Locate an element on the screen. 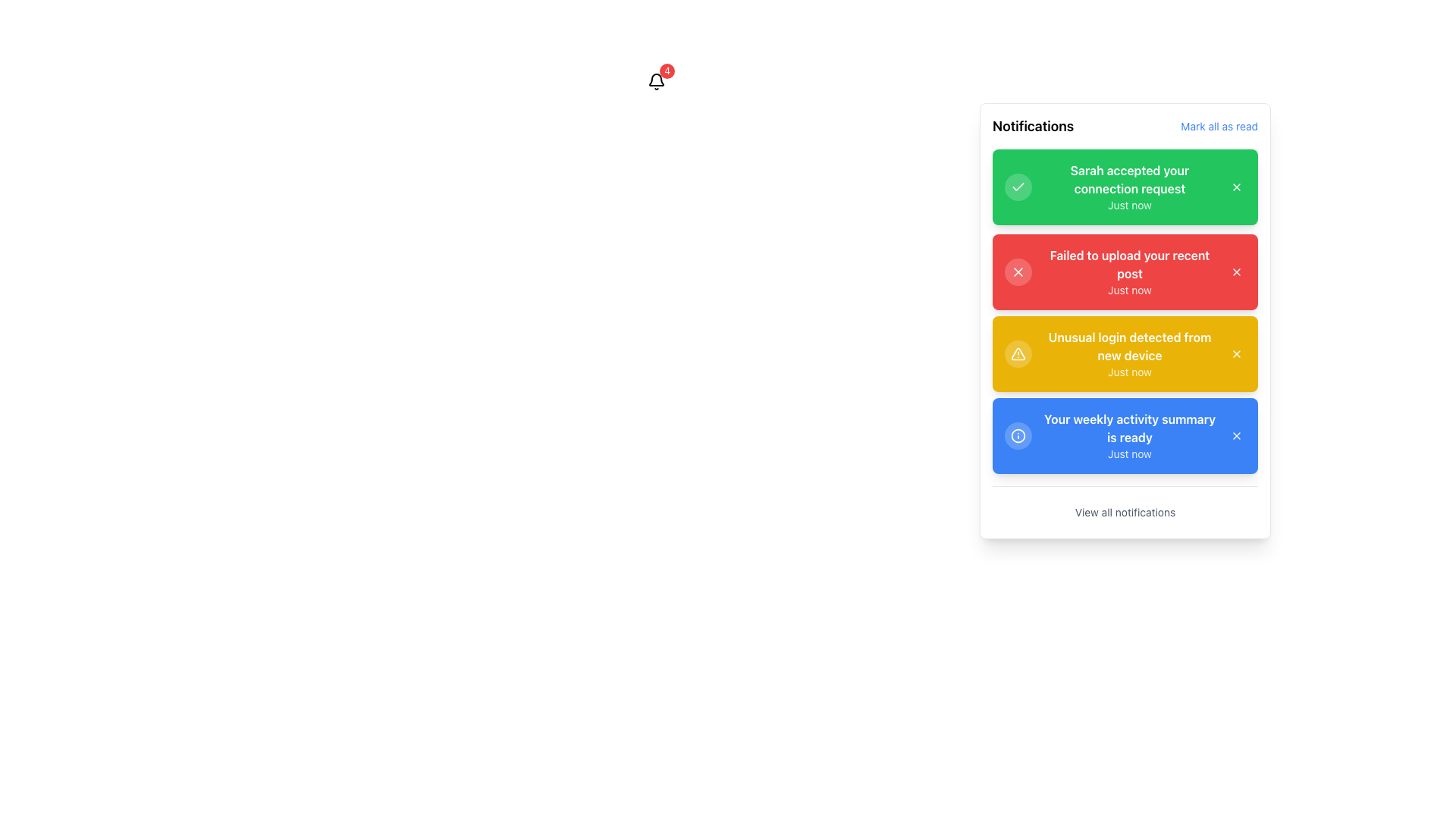  the third notification item in the notification popup panel, which has a yellow background and contains the title 'Unusual login detected from new device' and a caption 'Just now.' is located at coordinates (1129, 353).